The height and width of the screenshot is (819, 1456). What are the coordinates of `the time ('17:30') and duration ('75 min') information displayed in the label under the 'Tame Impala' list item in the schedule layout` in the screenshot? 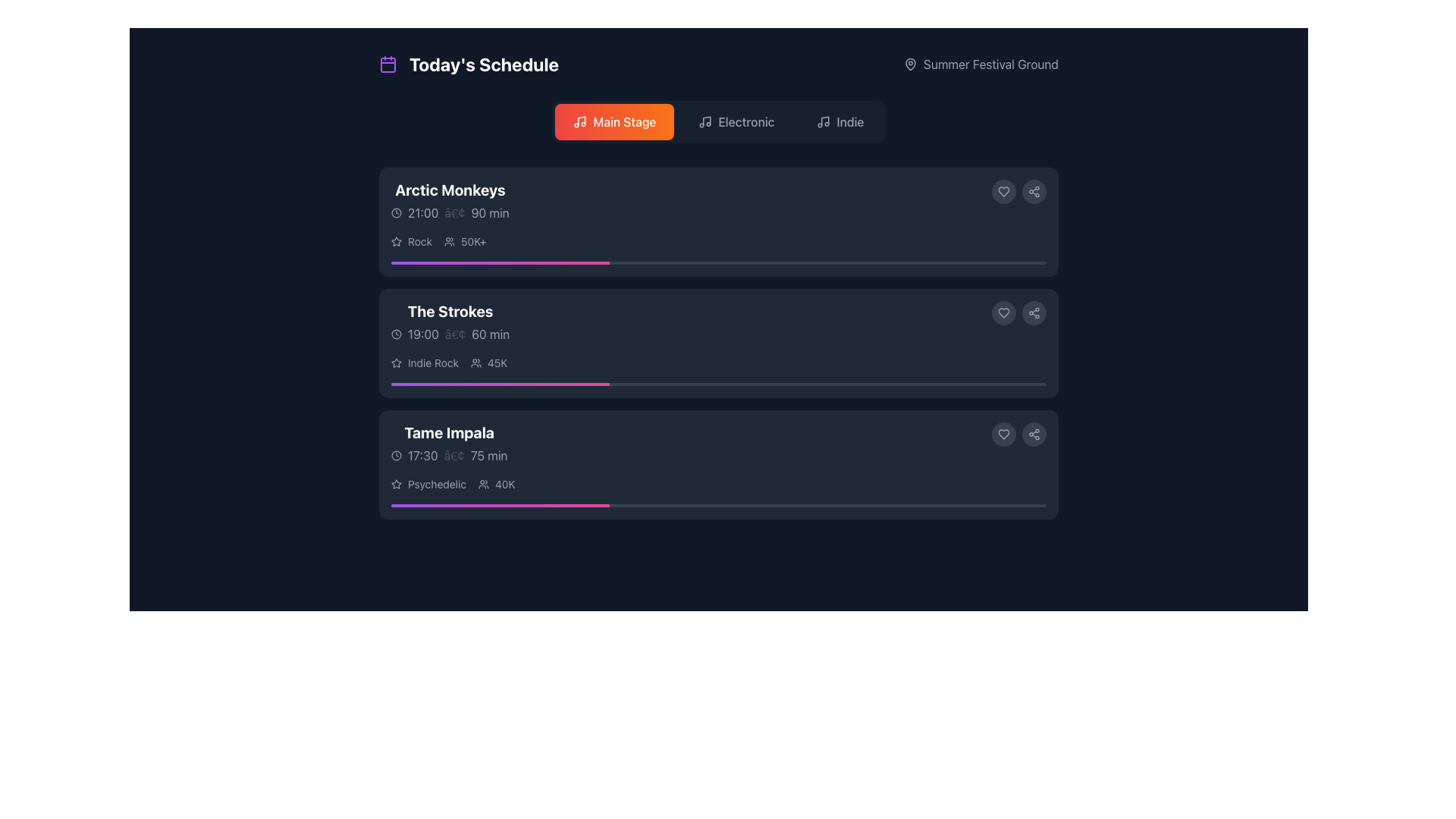 It's located at (448, 455).